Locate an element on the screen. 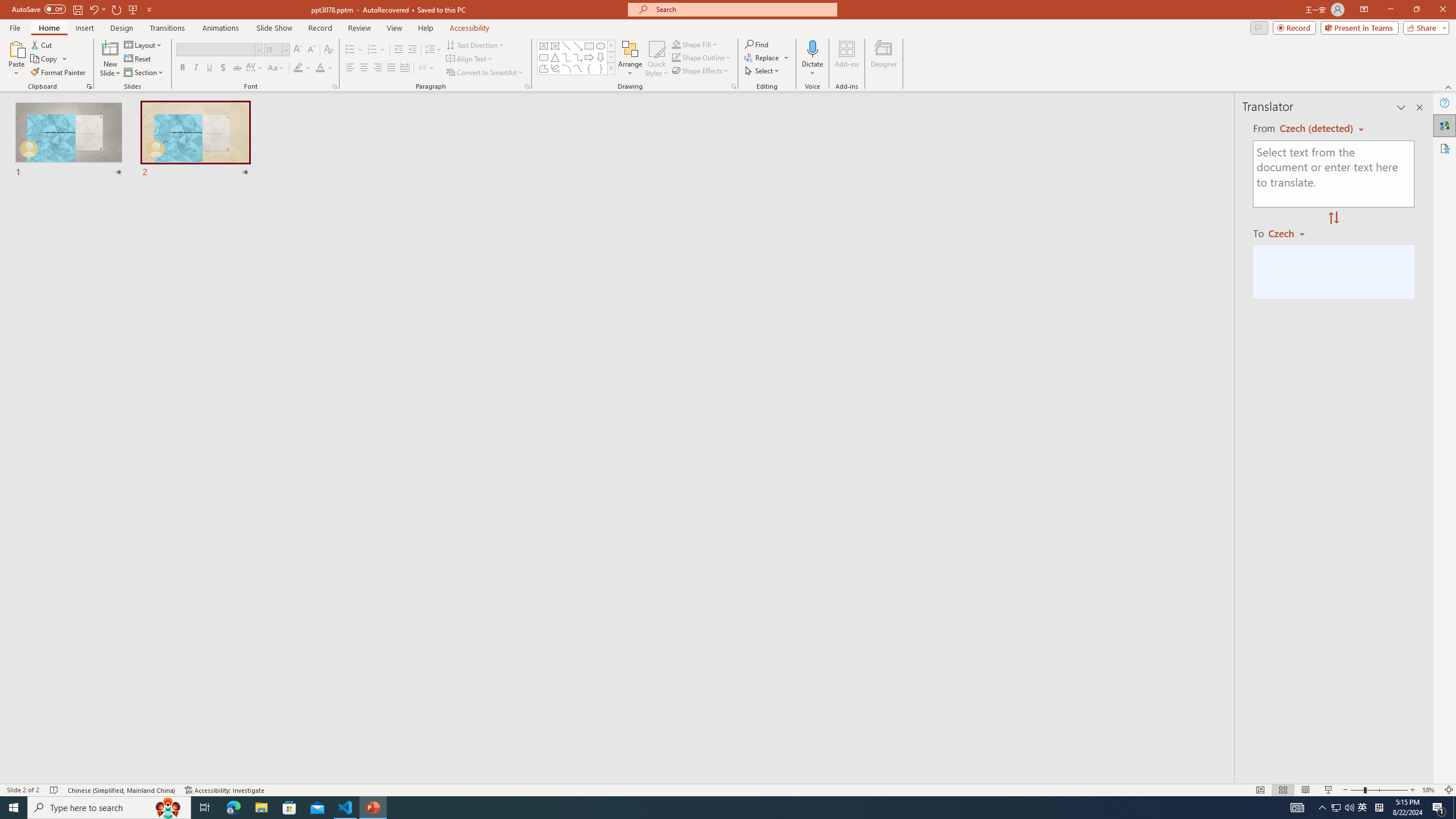 This screenshot has width=1456, height=819. 'Shape Effects' is located at coordinates (700, 69).